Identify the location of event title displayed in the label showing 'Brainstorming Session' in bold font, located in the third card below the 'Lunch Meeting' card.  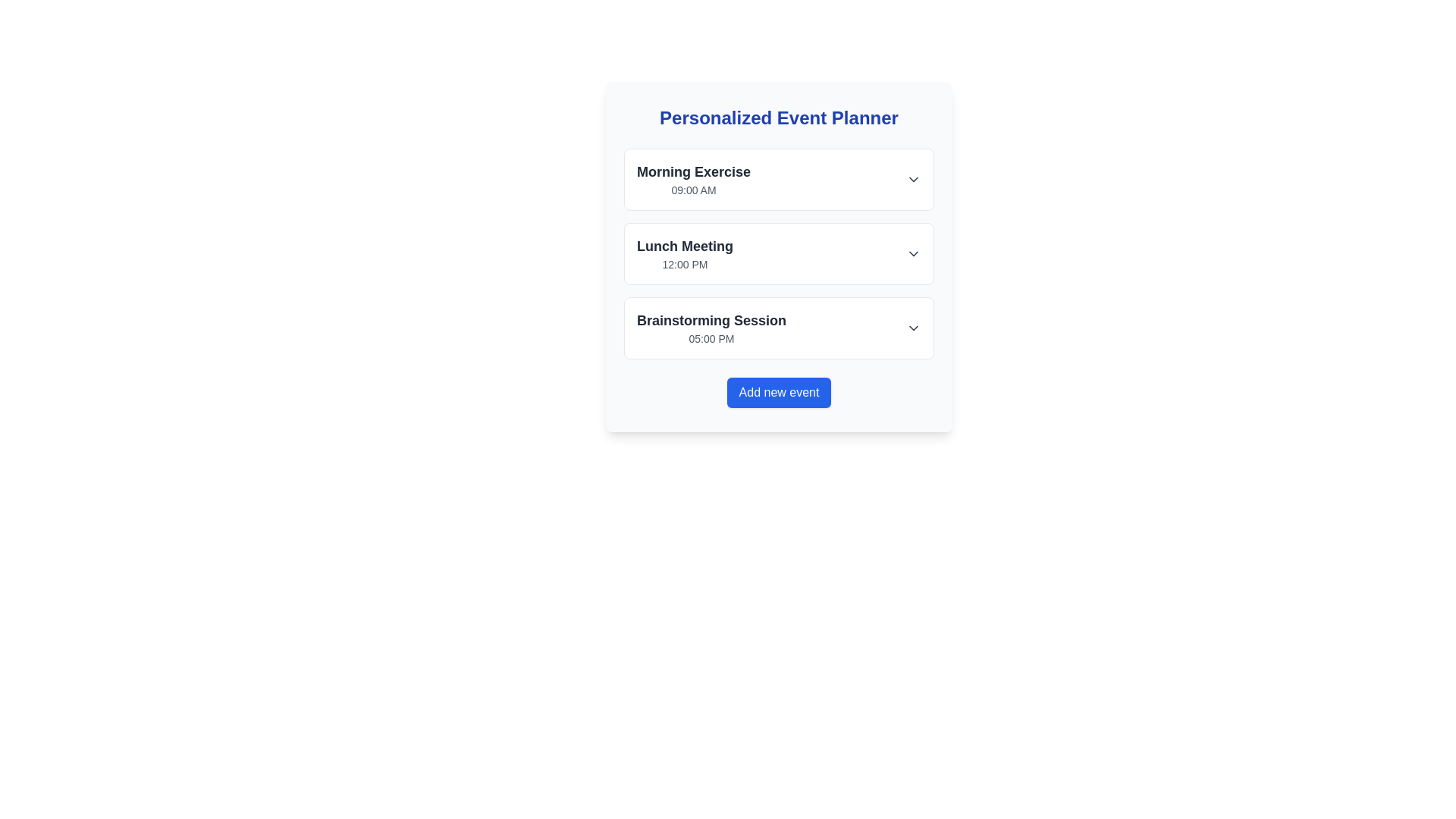
(711, 327).